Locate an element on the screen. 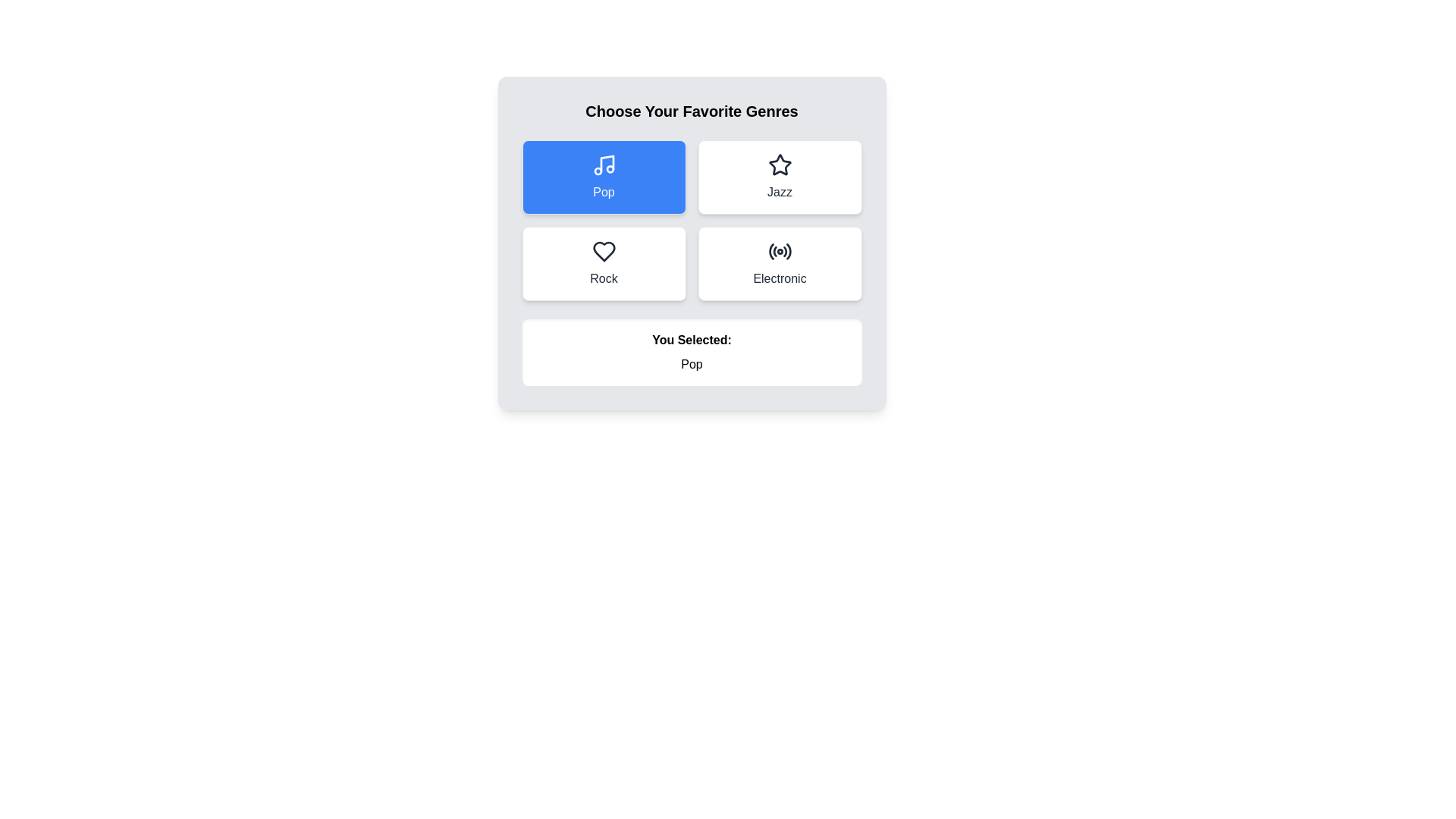 This screenshot has width=1456, height=819. the genre button labeled Jazz to observe the hover effect is located at coordinates (780, 177).